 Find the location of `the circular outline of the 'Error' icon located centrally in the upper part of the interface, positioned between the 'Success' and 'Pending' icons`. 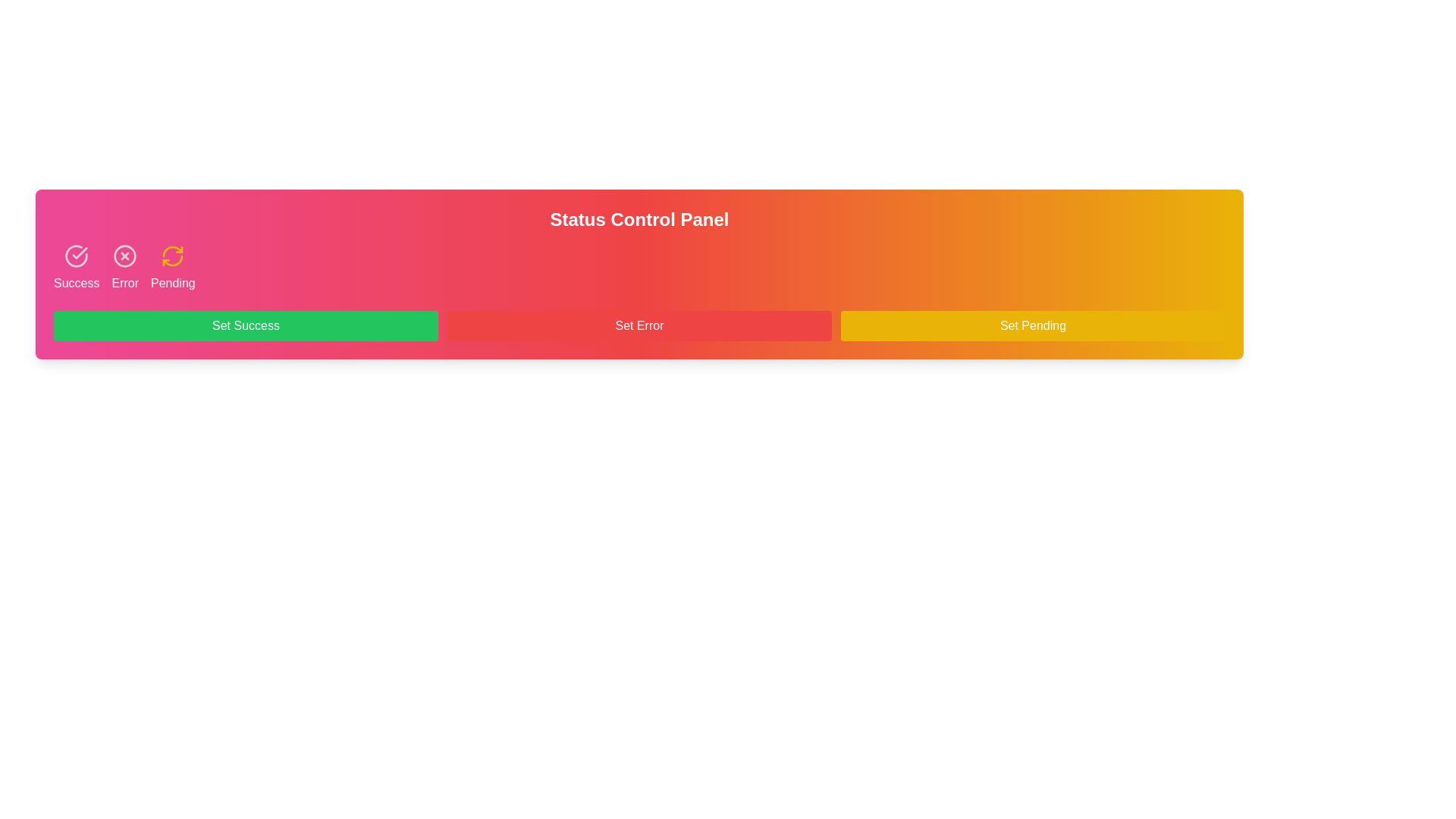

the circular outline of the 'Error' icon located centrally in the upper part of the interface, positioned between the 'Success' and 'Pending' icons is located at coordinates (125, 256).